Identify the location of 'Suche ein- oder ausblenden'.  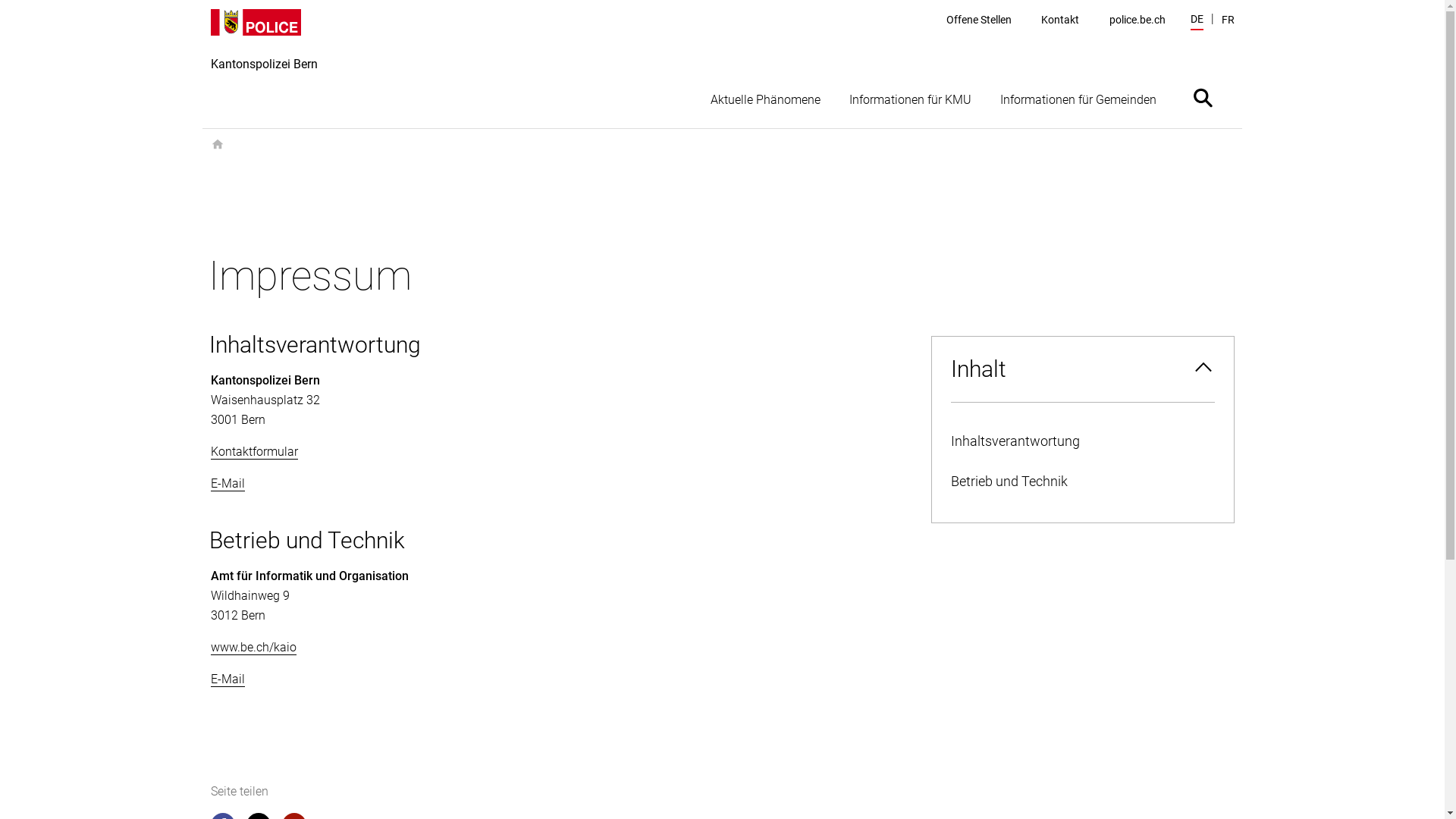
(1201, 97).